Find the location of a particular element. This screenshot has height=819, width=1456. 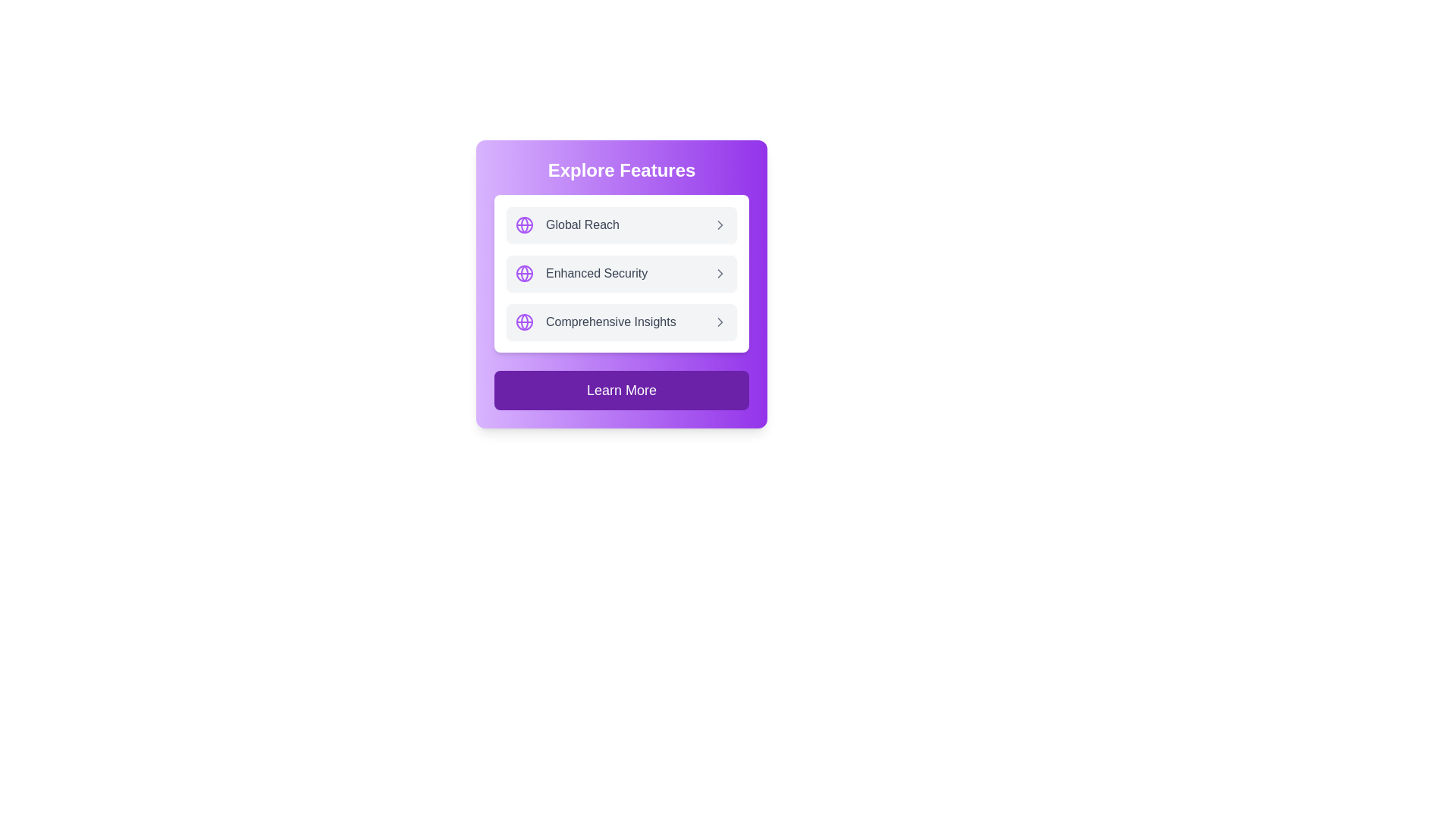

the SVG circle with a solid purple outline, which is part of the 'Enhanced Security' feature in the 'Explore Features' list is located at coordinates (524, 274).